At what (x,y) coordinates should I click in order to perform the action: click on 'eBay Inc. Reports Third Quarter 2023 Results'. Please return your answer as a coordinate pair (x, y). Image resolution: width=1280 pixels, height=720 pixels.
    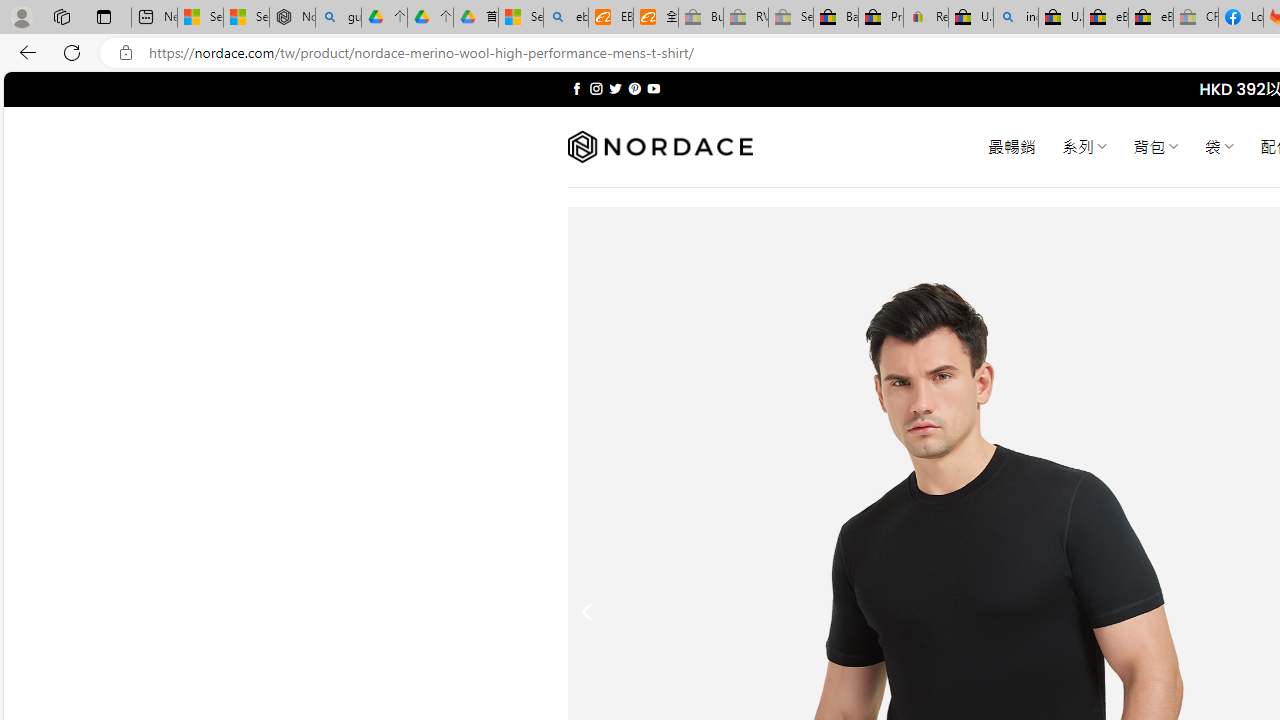
    Looking at the image, I should click on (1150, 17).